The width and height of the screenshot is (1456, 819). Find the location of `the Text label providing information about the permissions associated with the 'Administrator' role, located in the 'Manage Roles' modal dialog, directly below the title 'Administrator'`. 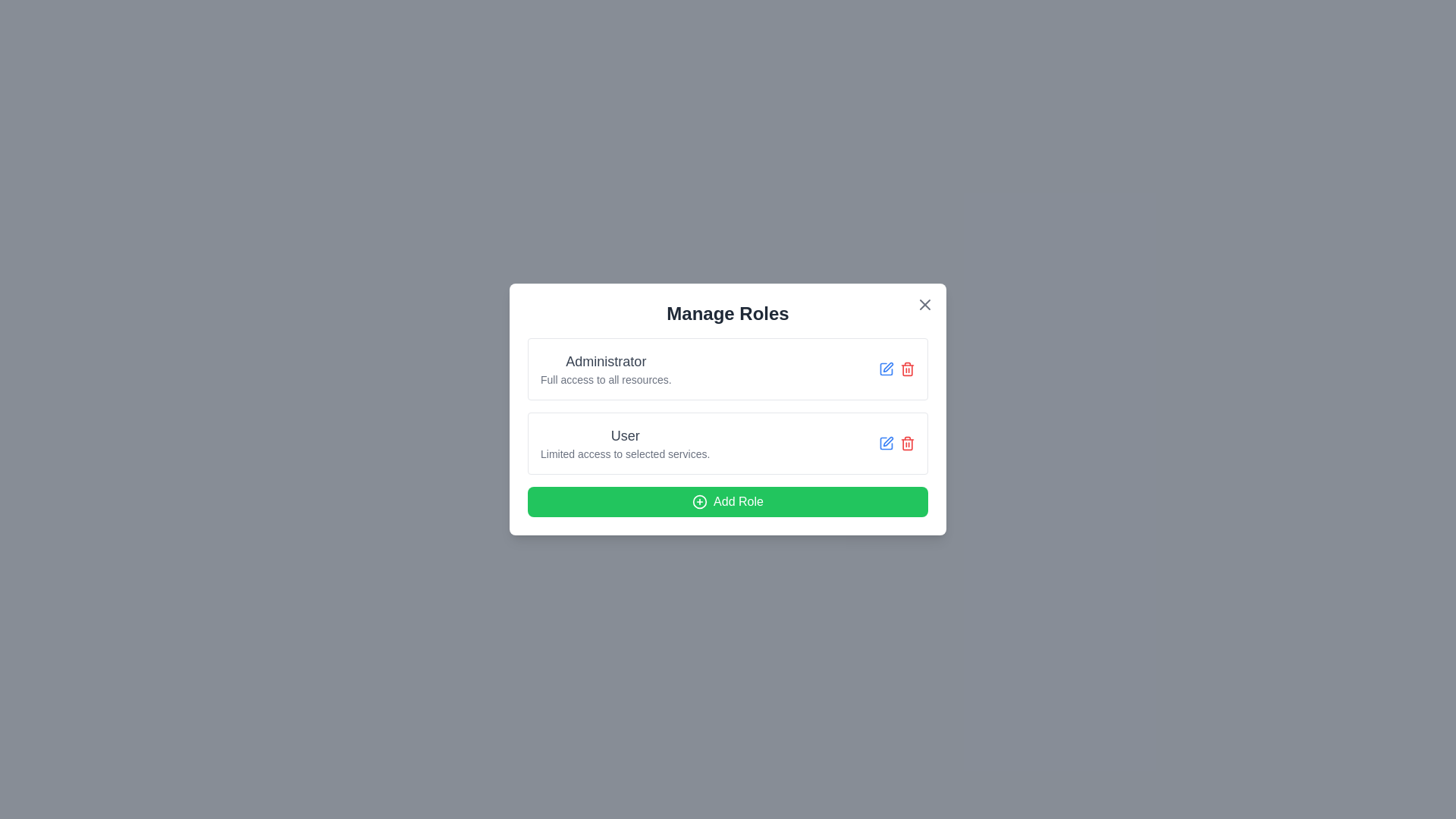

the Text label providing information about the permissions associated with the 'Administrator' role, located in the 'Manage Roles' modal dialog, directly below the title 'Administrator' is located at coordinates (605, 379).